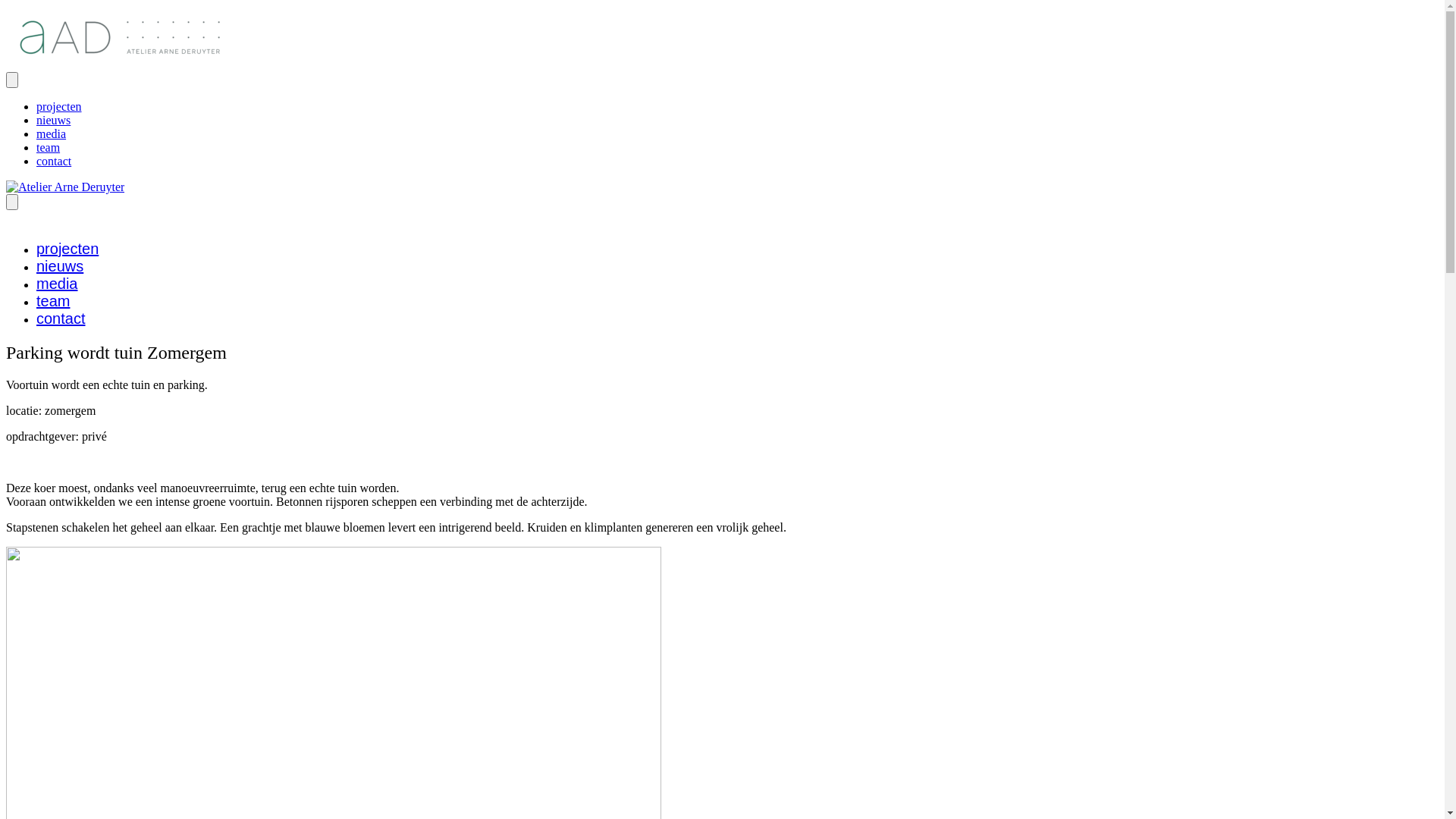 Image resolution: width=1456 pixels, height=819 pixels. Describe the element at coordinates (36, 133) in the screenshot. I see `'media'` at that location.